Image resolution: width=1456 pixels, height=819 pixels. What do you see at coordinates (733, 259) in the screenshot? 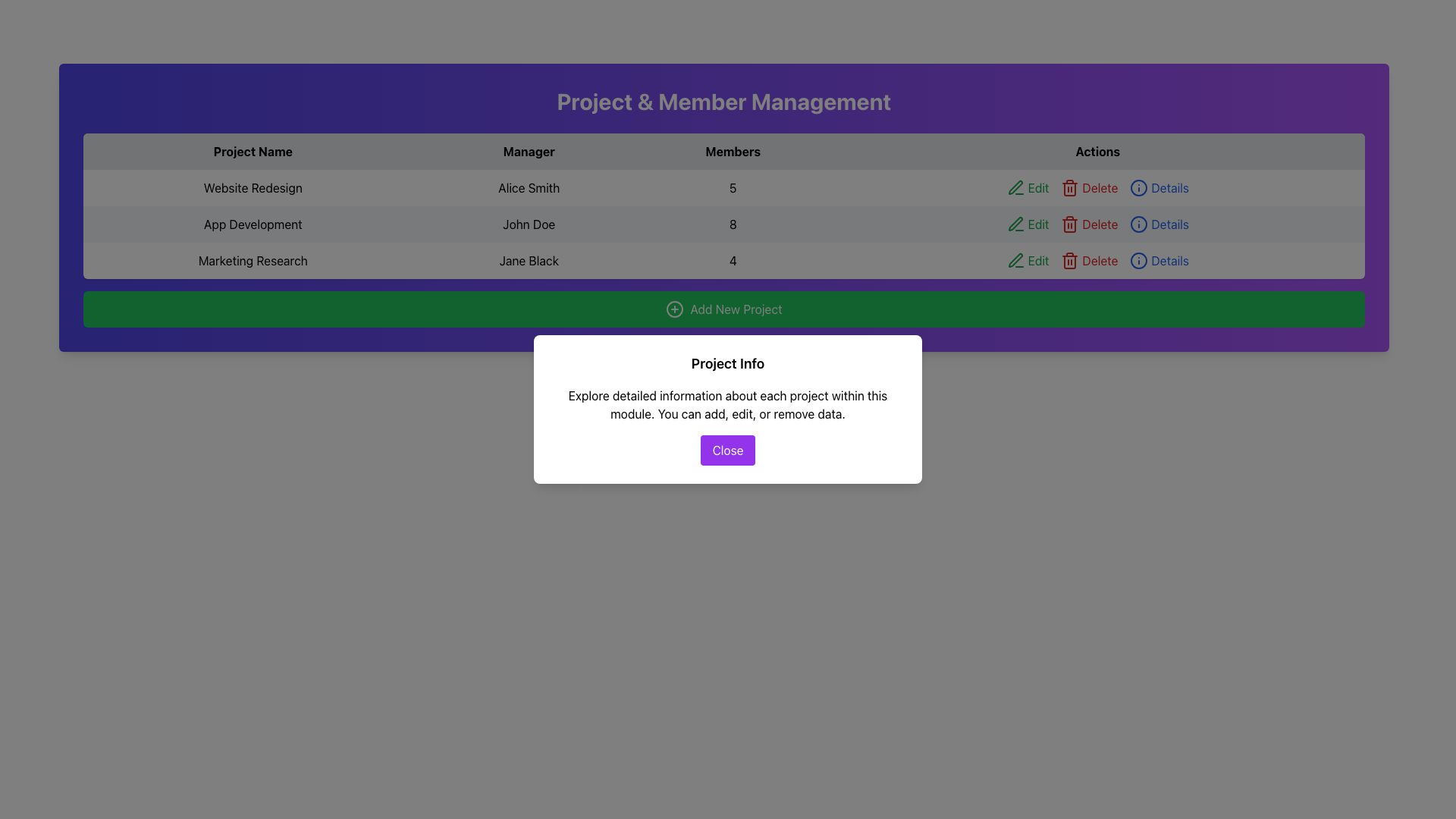
I see `the text label displaying the number '4' in bold within the 'Members' column of the 'Marketing Research' row in the table` at bounding box center [733, 259].